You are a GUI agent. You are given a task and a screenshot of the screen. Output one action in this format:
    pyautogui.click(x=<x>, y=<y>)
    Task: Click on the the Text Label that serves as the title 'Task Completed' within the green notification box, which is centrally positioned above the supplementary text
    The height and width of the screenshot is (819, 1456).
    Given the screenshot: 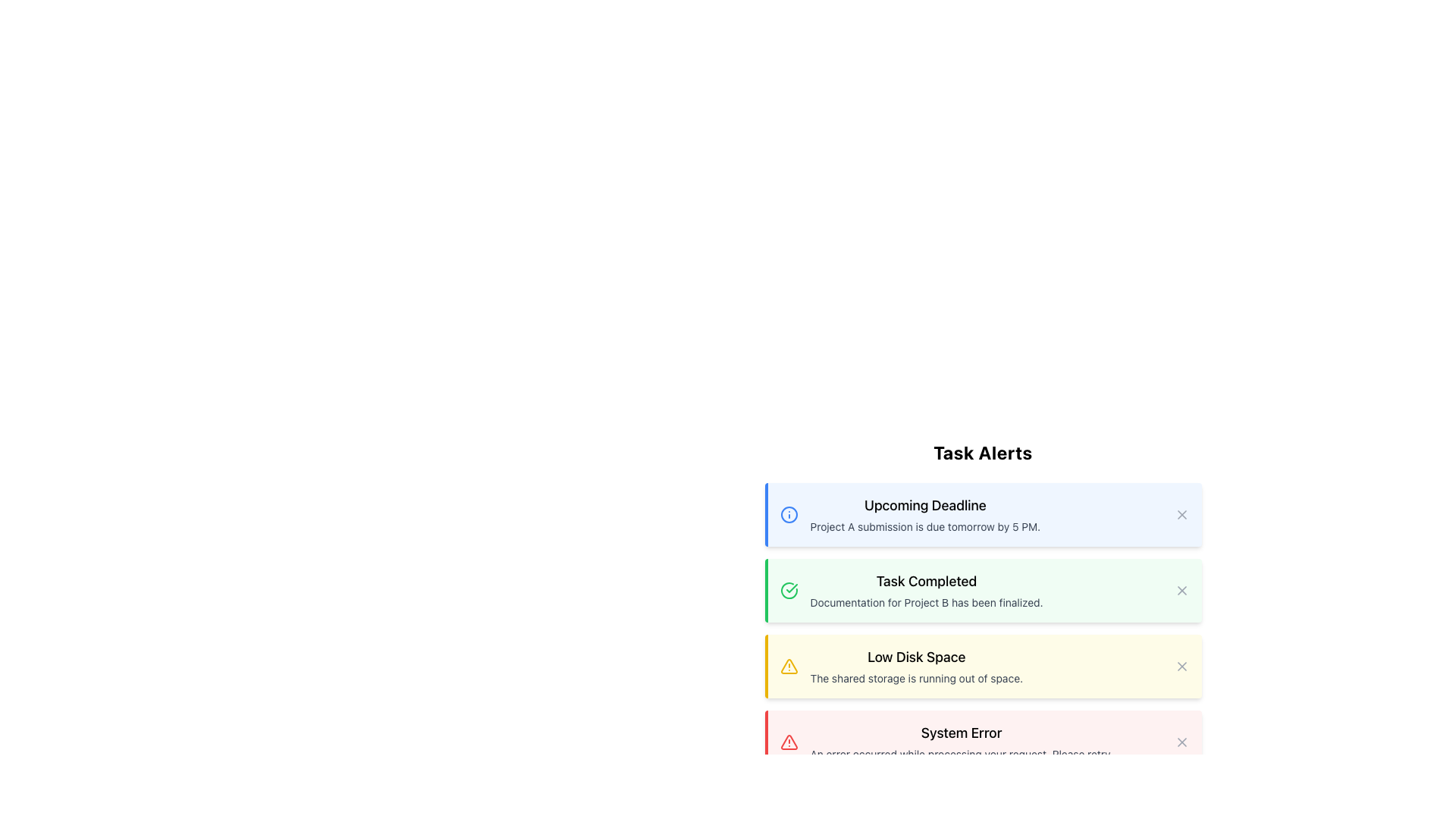 What is the action you would take?
    pyautogui.click(x=926, y=581)
    